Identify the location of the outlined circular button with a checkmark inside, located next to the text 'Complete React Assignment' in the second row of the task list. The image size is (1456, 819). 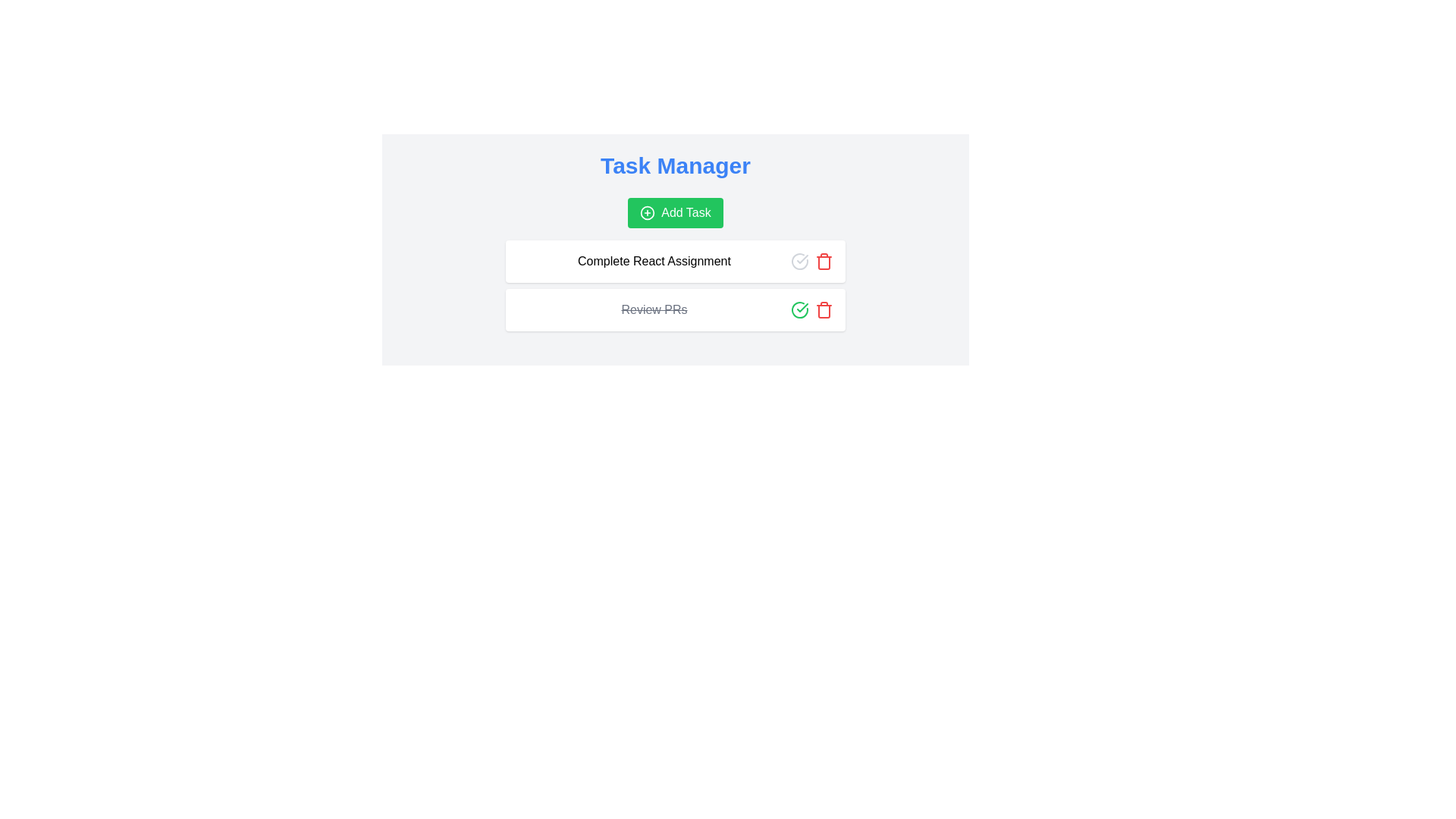
(799, 260).